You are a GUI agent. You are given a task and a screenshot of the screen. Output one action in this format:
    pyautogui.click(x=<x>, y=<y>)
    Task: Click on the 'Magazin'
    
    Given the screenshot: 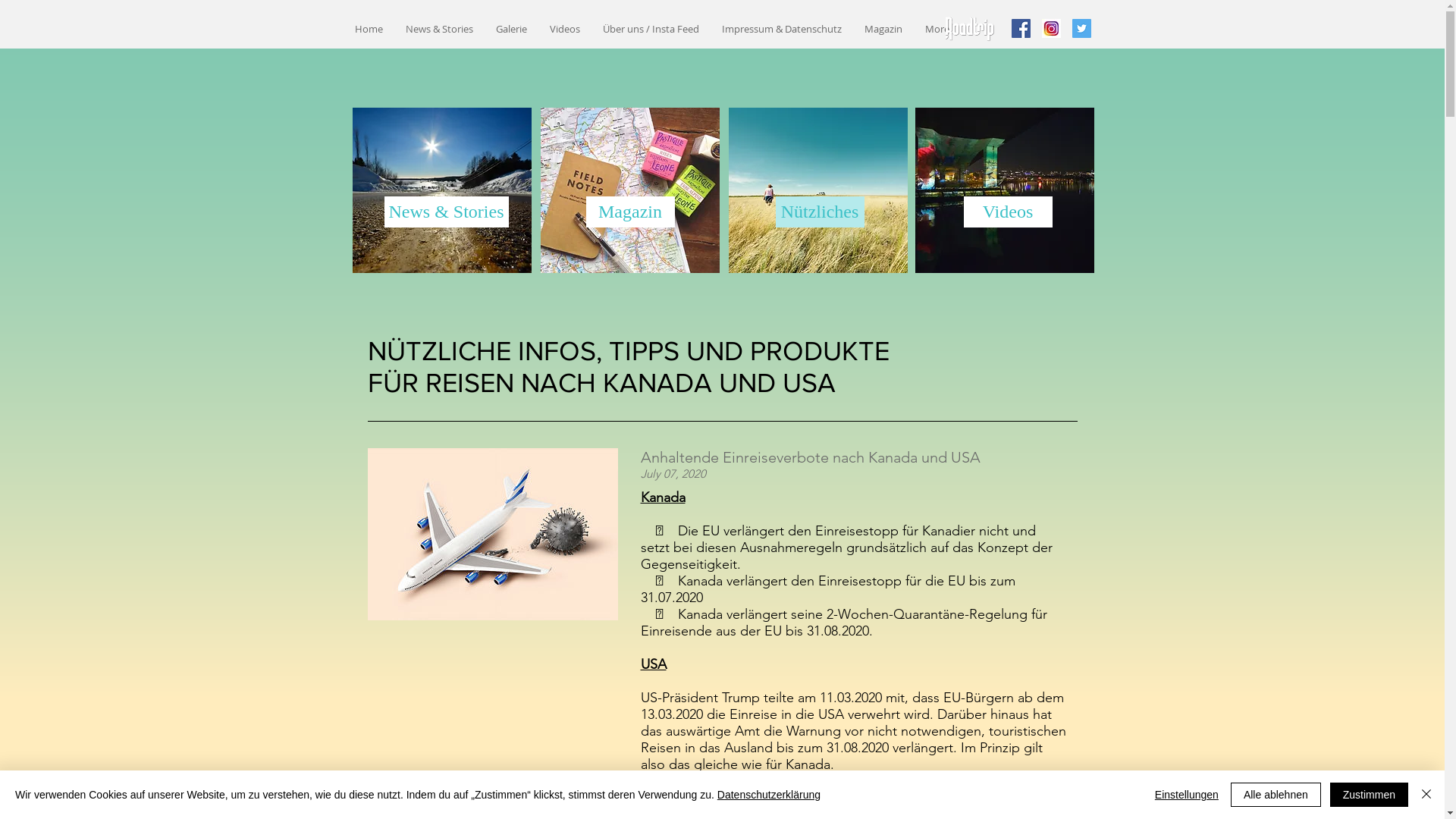 What is the action you would take?
    pyautogui.click(x=585, y=212)
    